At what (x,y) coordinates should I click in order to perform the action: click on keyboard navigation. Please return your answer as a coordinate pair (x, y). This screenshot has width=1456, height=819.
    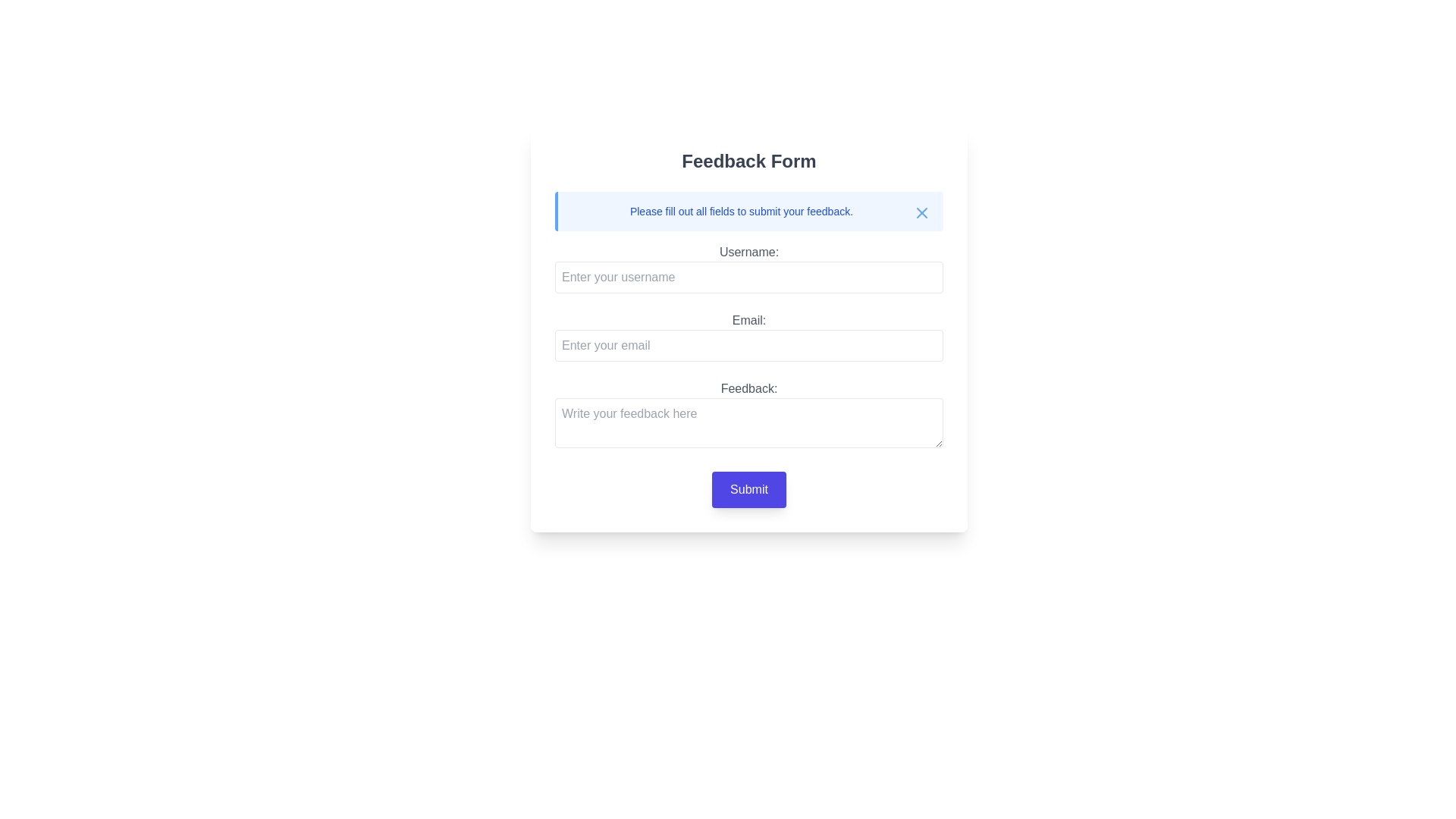
    Looking at the image, I should click on (749, 416).